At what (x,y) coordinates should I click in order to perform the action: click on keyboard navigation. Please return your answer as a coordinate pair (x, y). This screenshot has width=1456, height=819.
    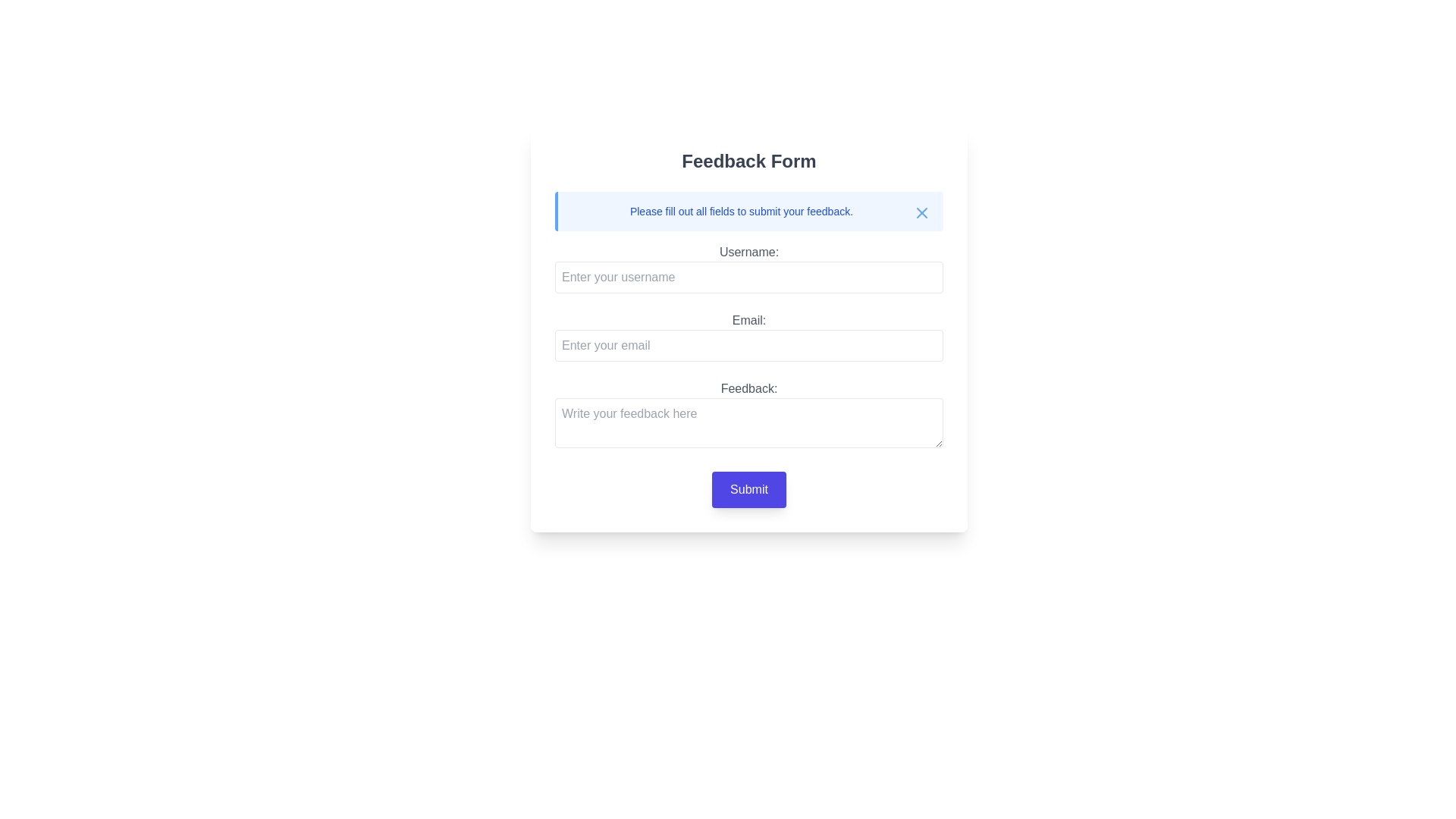
    Looking at the image, I should click on (749, 416).